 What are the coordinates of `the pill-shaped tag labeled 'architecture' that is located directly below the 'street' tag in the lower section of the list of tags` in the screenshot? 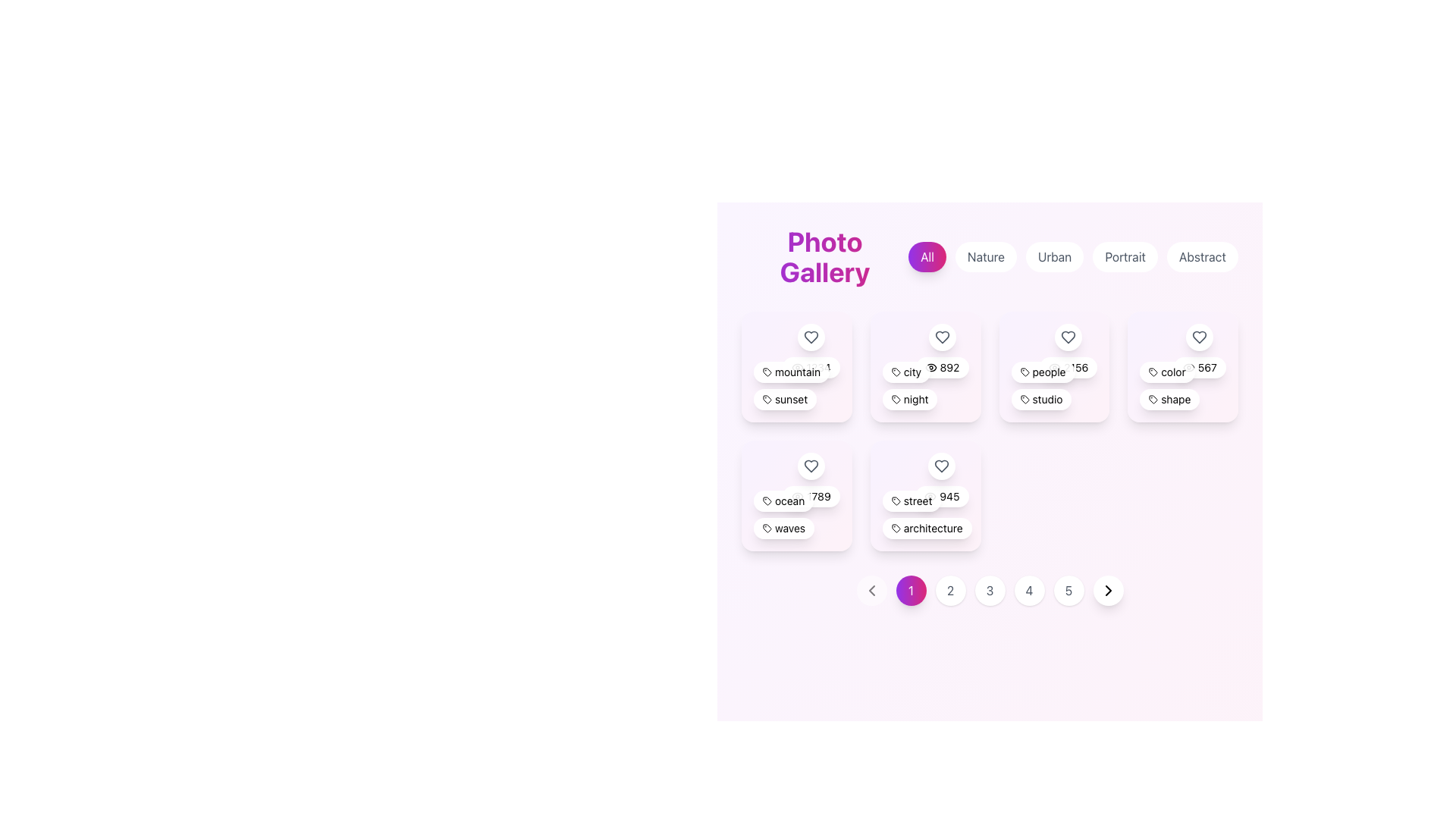 It's located at (926, 527).